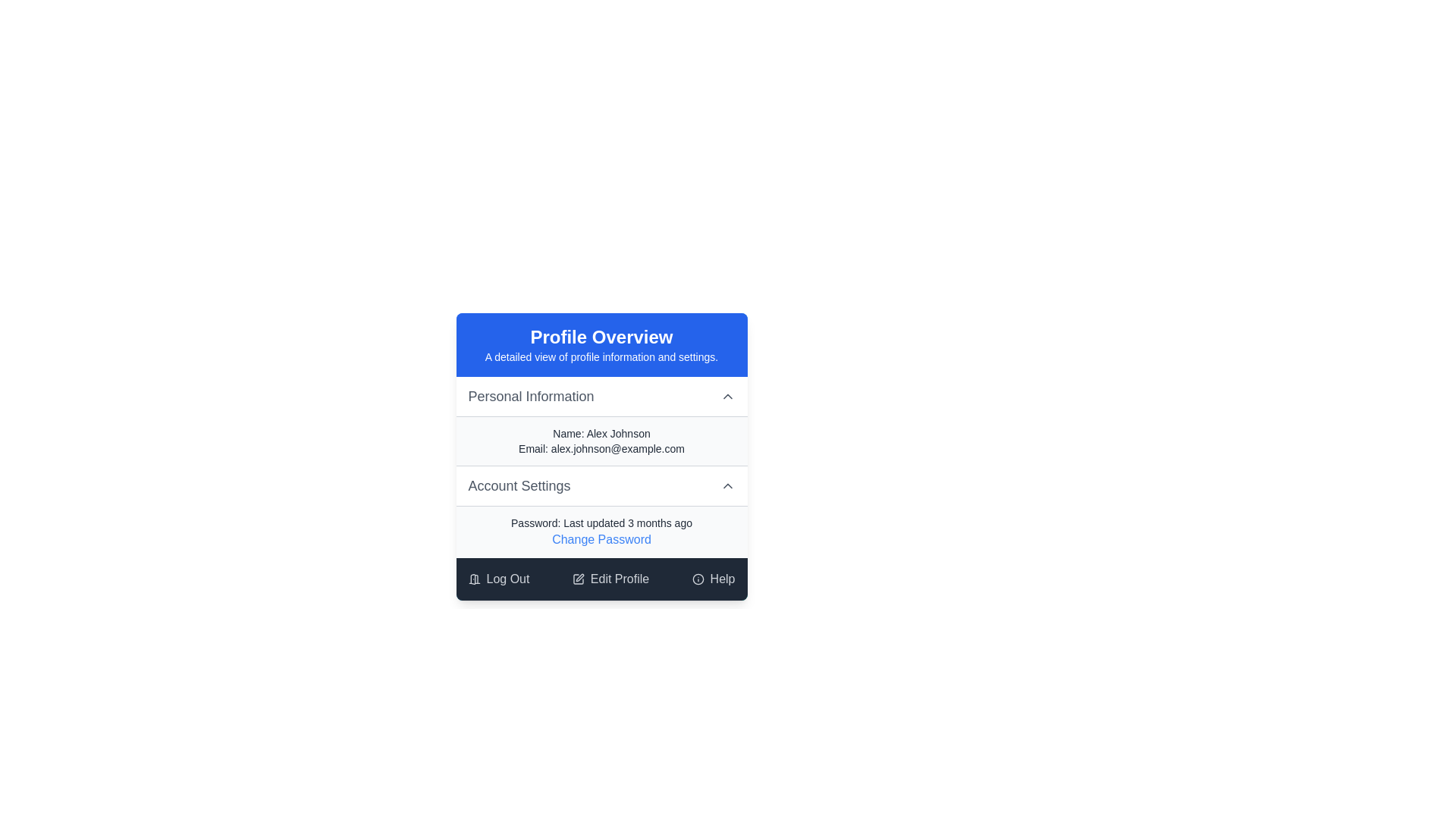 The height and width of the screenshot is (819, 1456). Describe the element at coordinates (472, 579) in the screenshot. I see `the 'open door' vector graphic element located centrally inside the 'Log Out' button at the bottom left of the UI card` at that location.